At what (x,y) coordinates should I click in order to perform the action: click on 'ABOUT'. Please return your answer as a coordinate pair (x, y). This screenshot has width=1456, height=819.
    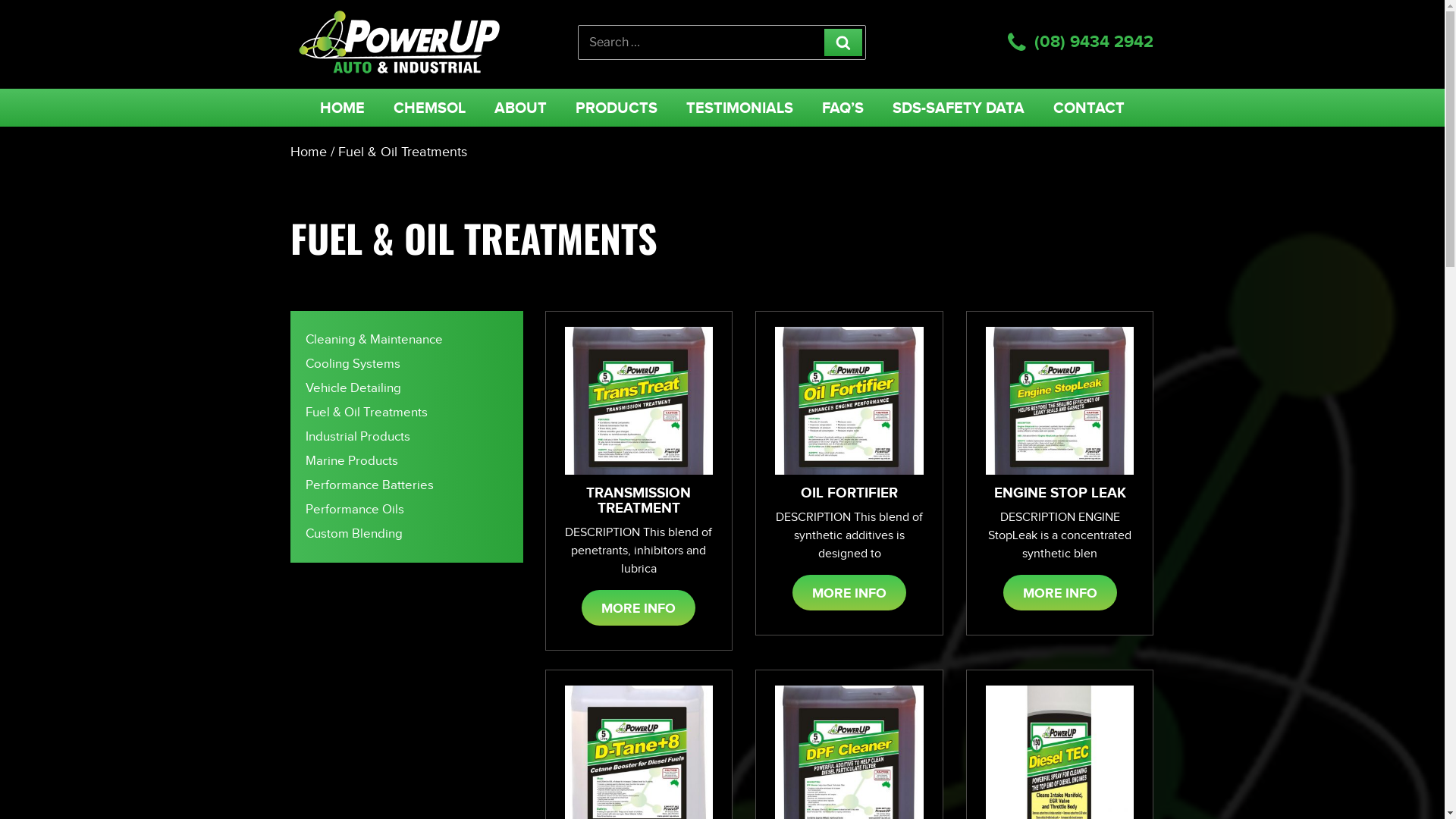
    Looking at the image, I should click on (520, 107).